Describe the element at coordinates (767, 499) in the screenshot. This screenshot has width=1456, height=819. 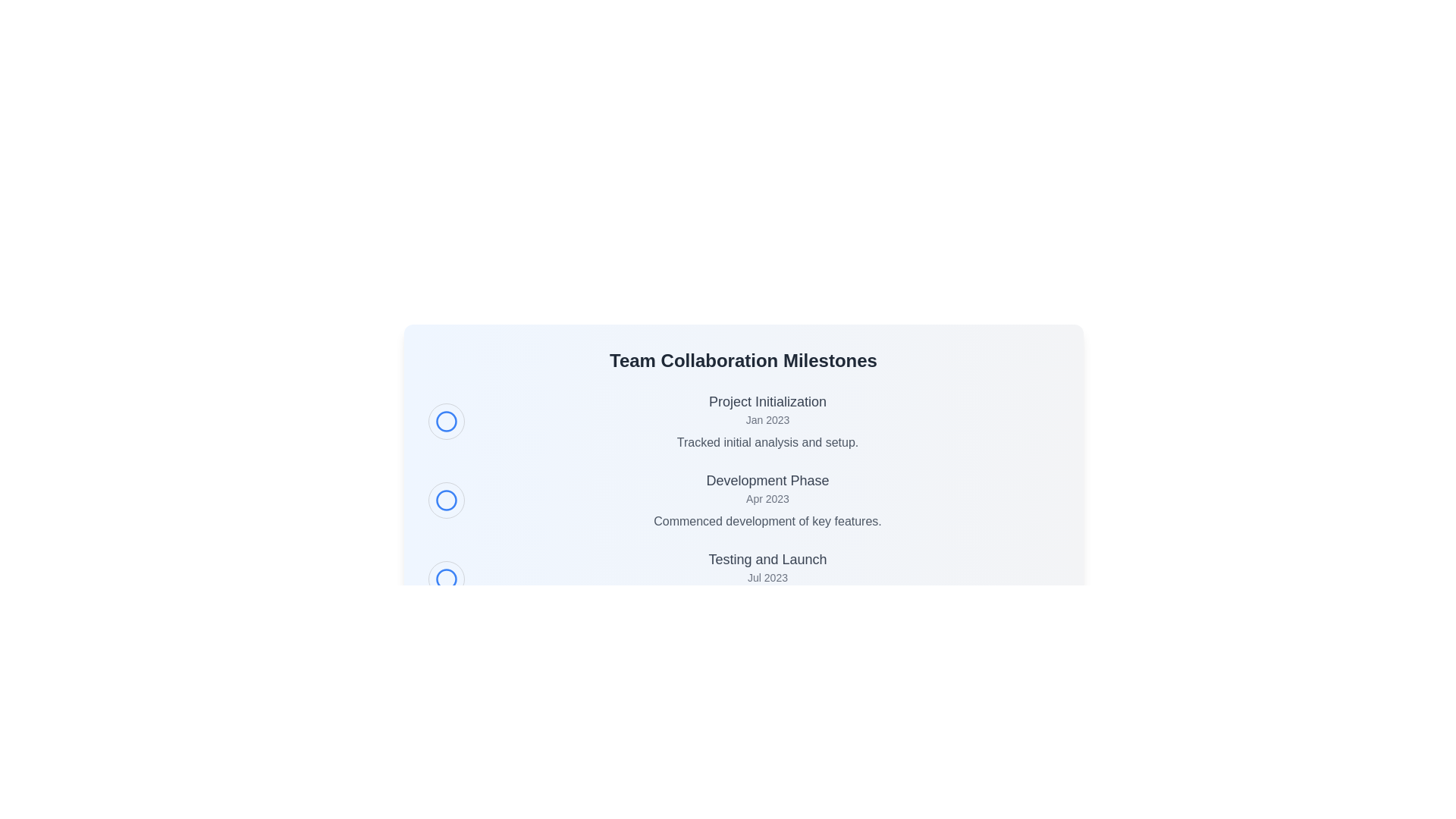
I see `text displayed, which is 'Apr 2023', positioned centrally under 'Development Phase' and above 'Commenced development of key features.'` at that location.